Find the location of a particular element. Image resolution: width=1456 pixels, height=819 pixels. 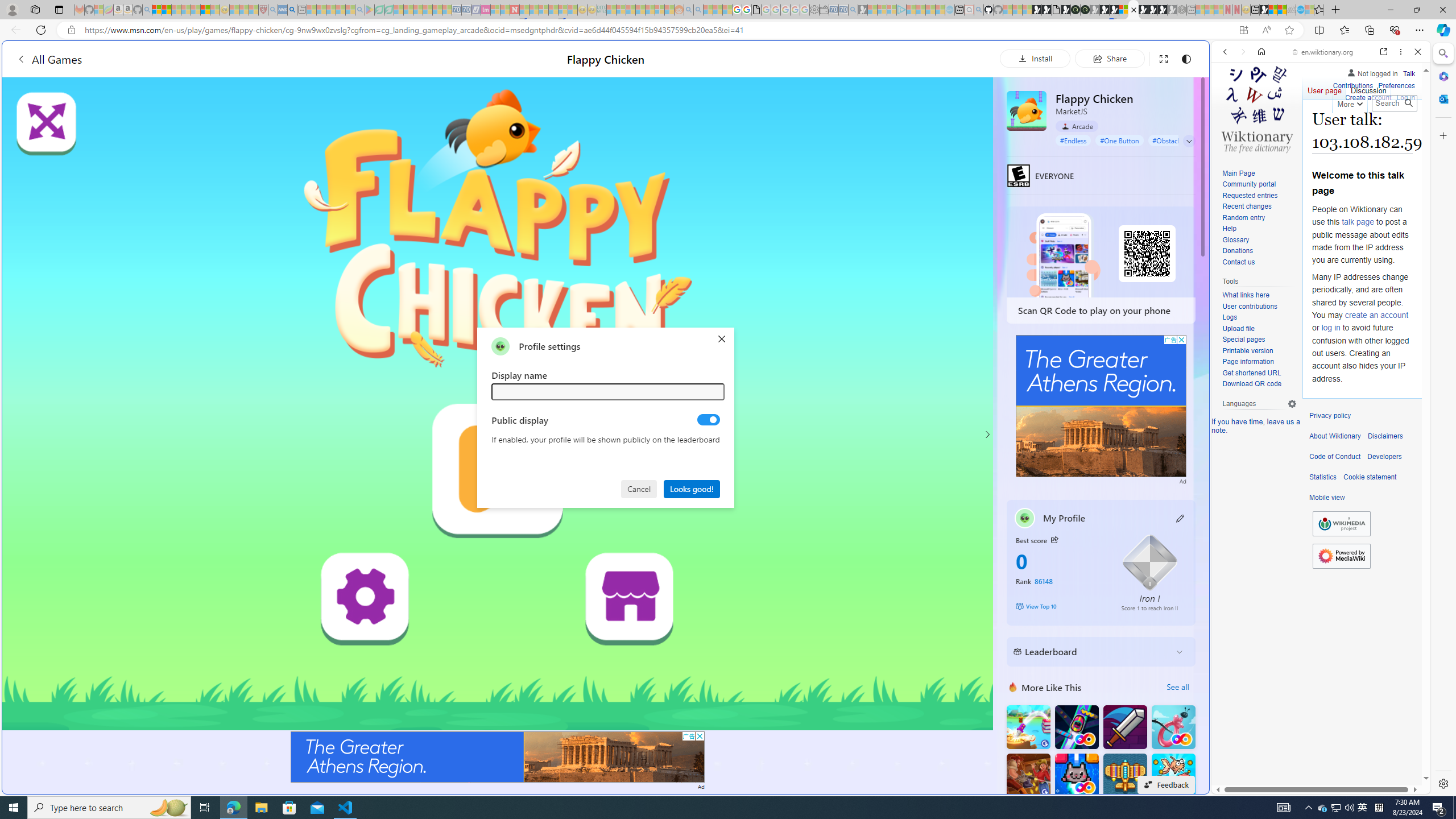

'Cheap Hotels - Save70.com - Sleeping' is located at coordinates (466, 9).